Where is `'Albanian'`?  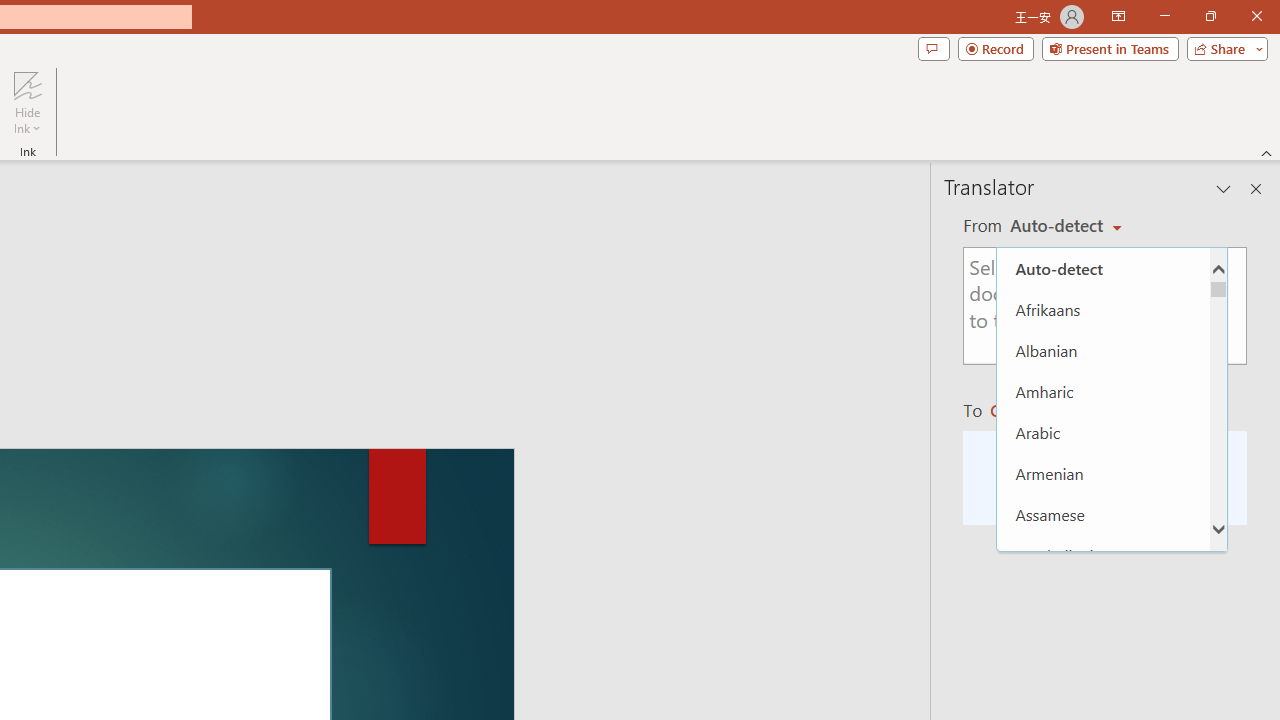 'Albanian' is located at coordinates (1102, 349).